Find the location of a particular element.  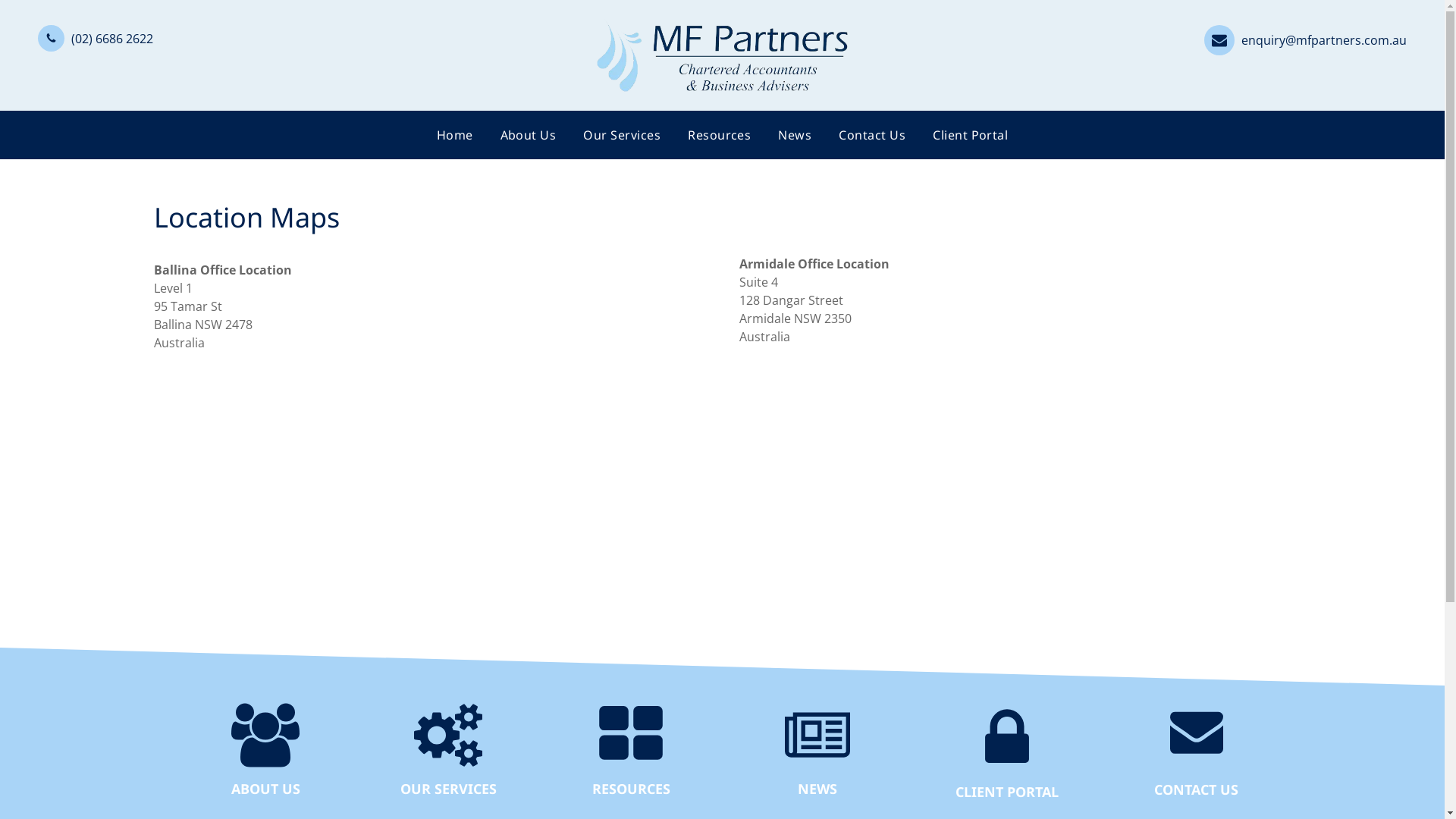

'Resources' is located at coordinates (673, 133).